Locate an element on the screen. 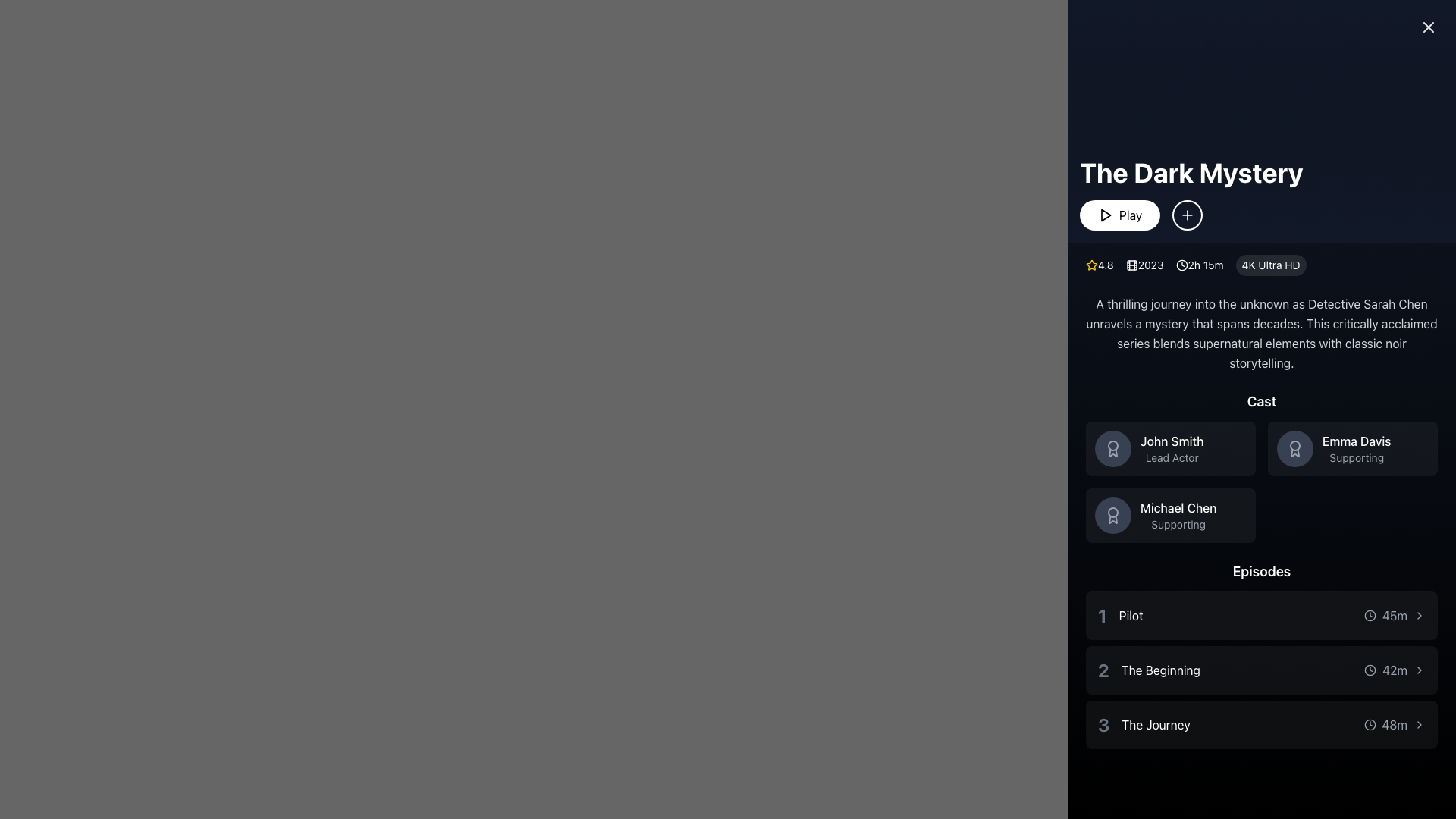 Image resolution: width=1456 pixels, height=819 pixels. the right-pointing chevron Navigation Arrow Icon located at the far right of the row displaying 'The Journey' and '48m' is located at coordinates (1419, 724).